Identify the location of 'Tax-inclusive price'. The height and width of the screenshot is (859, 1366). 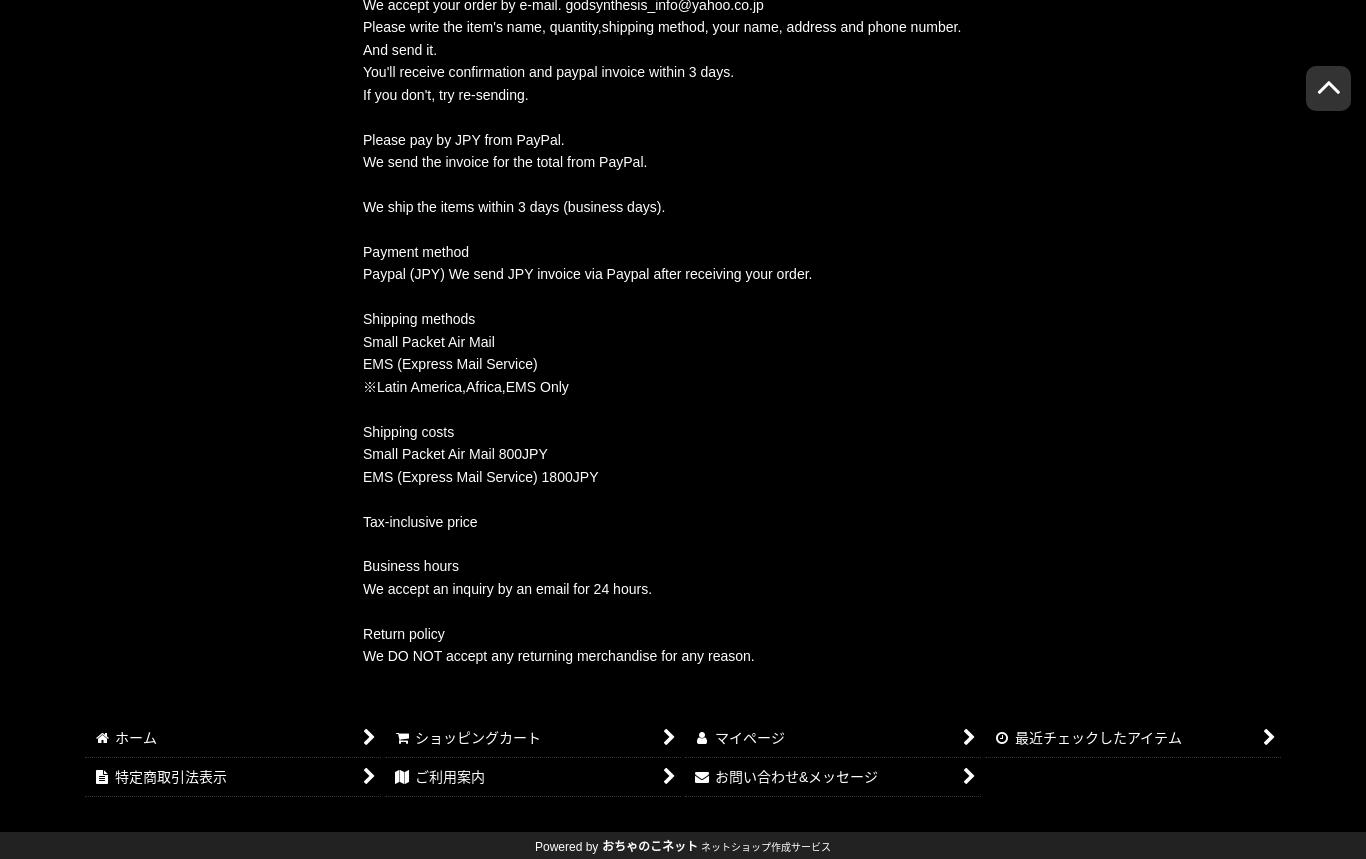
(419, 520).